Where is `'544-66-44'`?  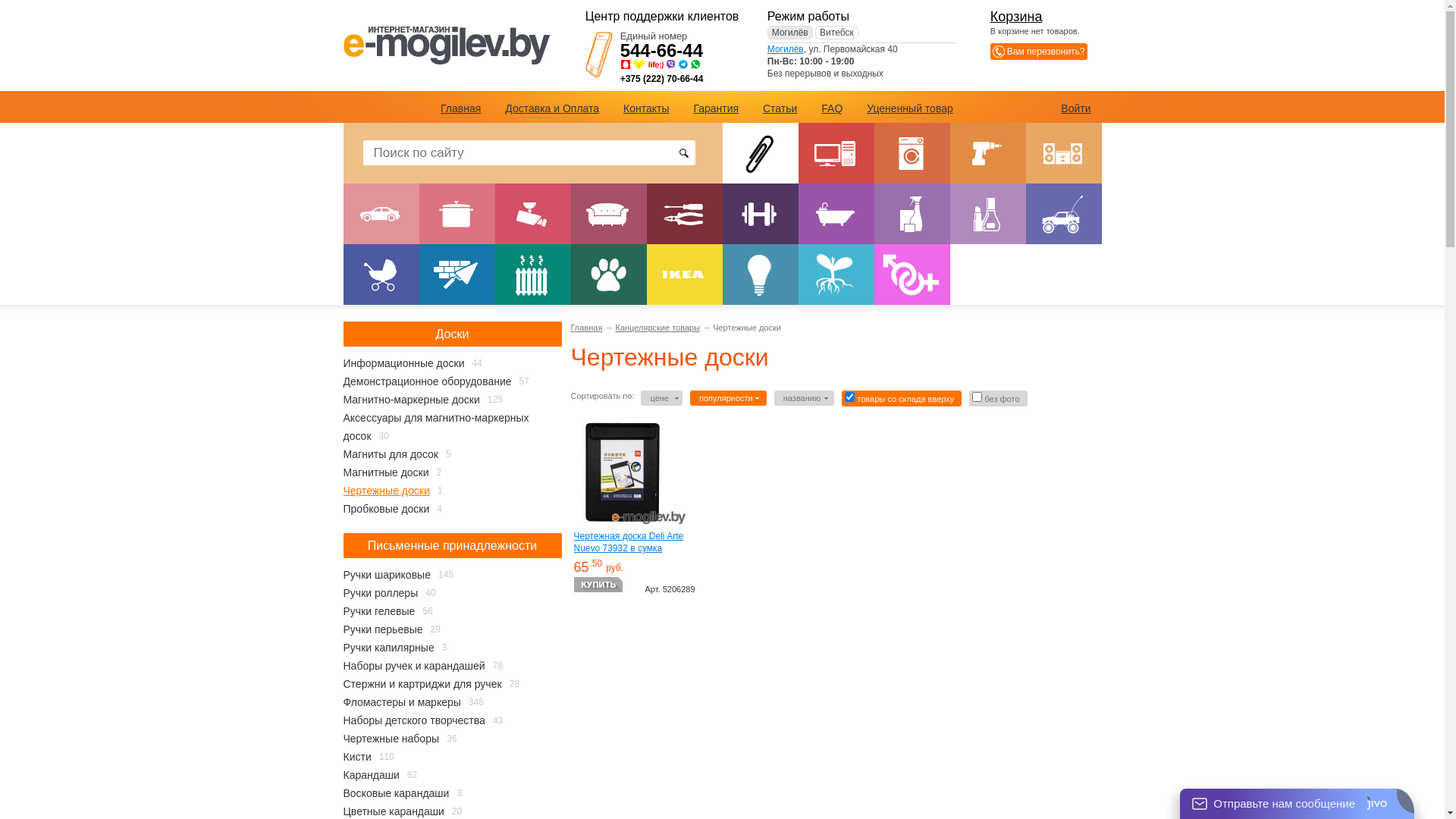 '544-66-44' is located at coordinates (661, 49).